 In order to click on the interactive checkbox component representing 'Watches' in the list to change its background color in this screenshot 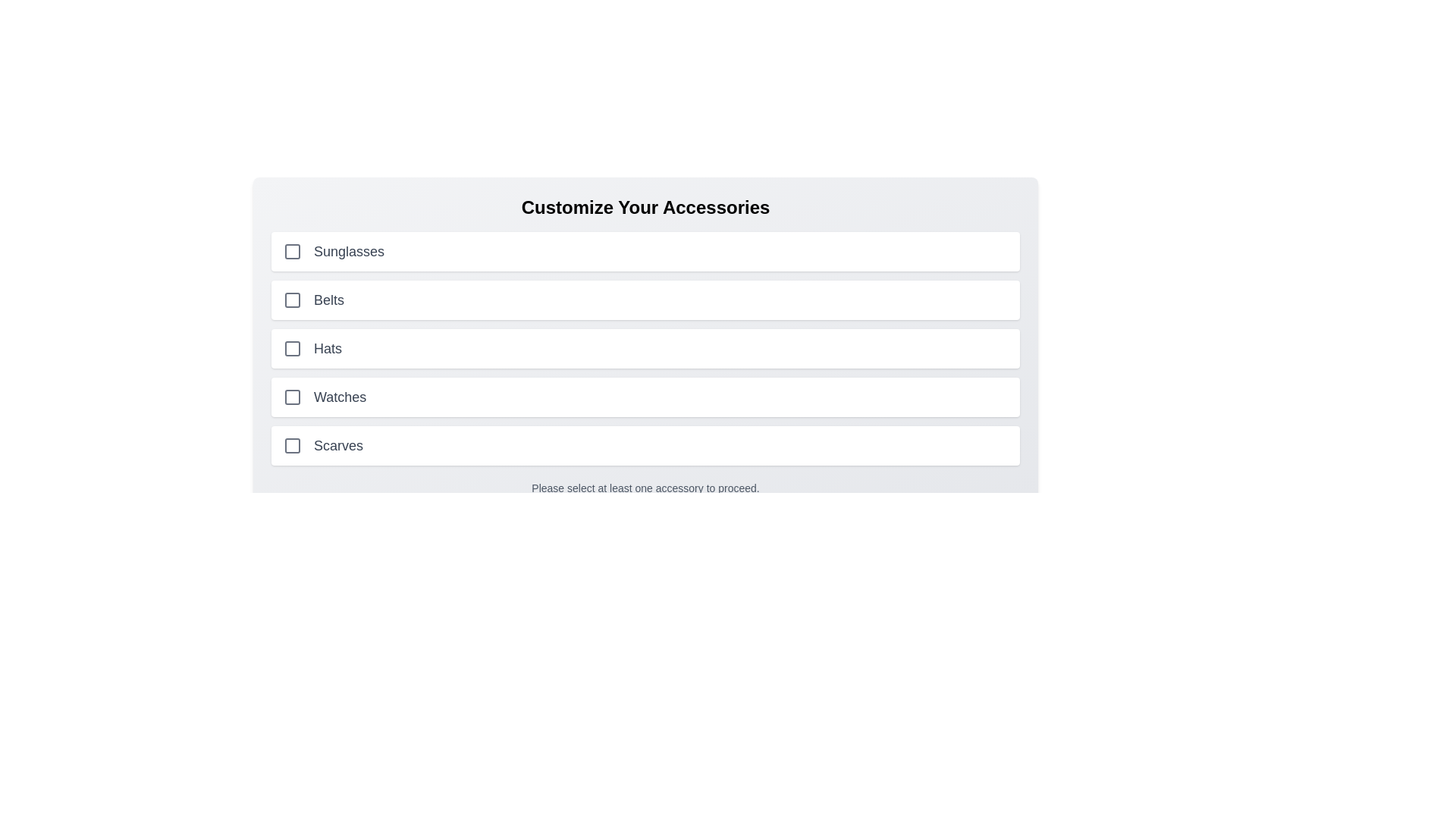, I will do `click(645, 397)`.